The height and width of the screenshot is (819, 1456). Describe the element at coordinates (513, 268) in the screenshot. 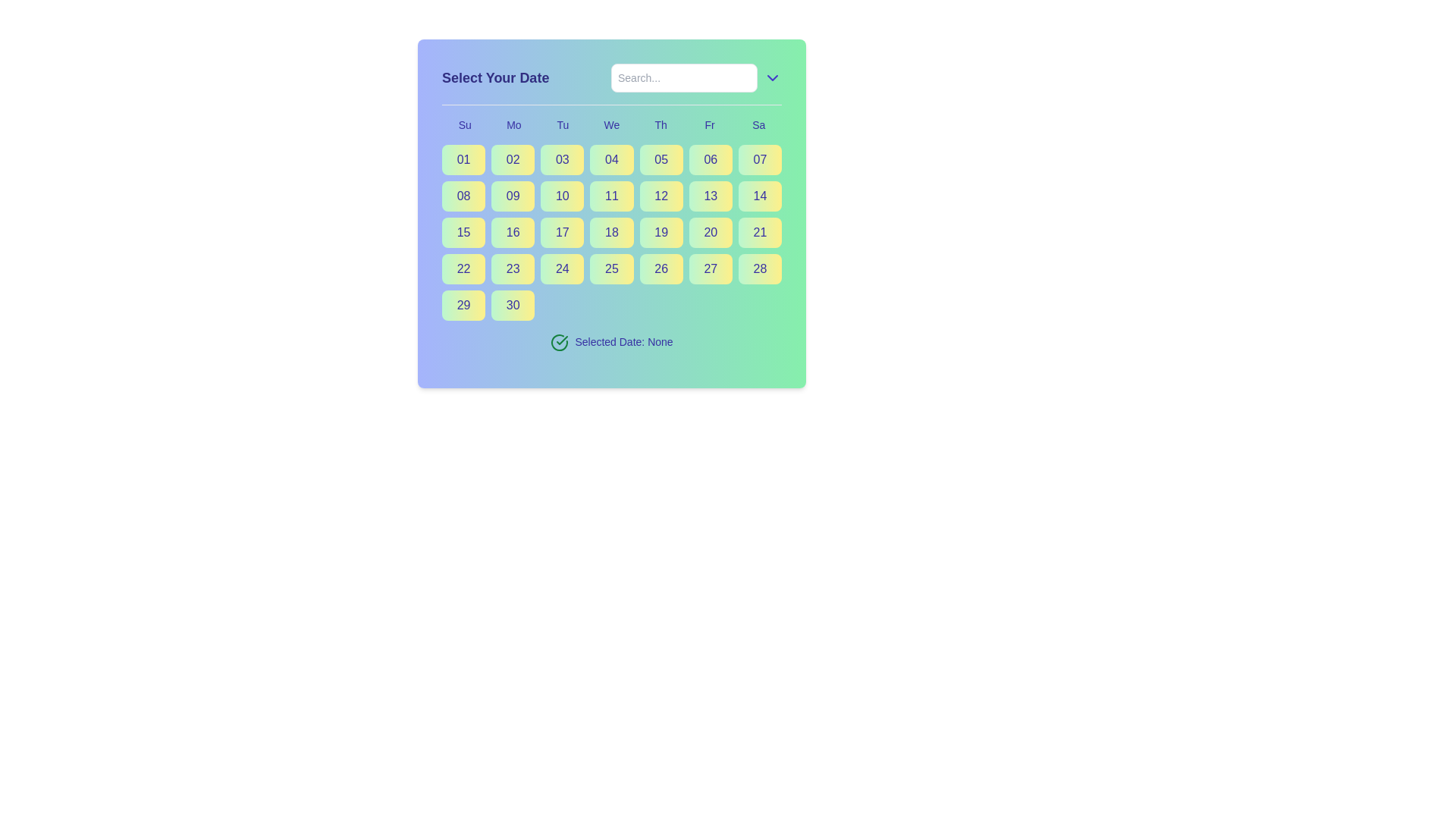

I see `the button for selecting the date '23' in the calendar interface, located in the fourth row and third column of the grid layout, adjacent to buttons '22' and '24'` at that location.